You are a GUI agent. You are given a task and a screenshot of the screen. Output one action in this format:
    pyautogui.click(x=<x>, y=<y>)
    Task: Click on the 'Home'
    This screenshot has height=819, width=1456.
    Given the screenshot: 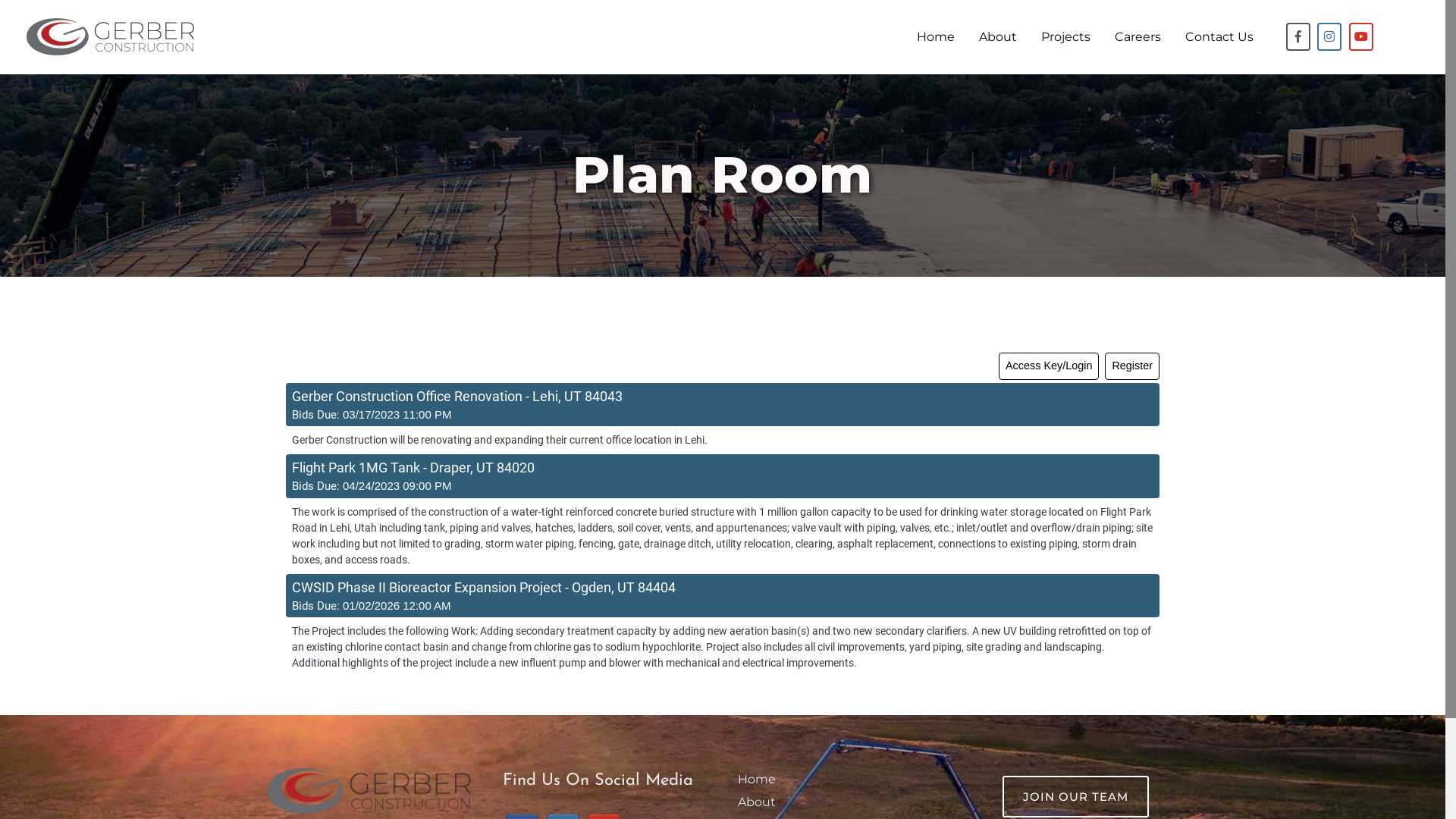 What is the action you would take?
    pyautogui.click(x=934, y=36)
    